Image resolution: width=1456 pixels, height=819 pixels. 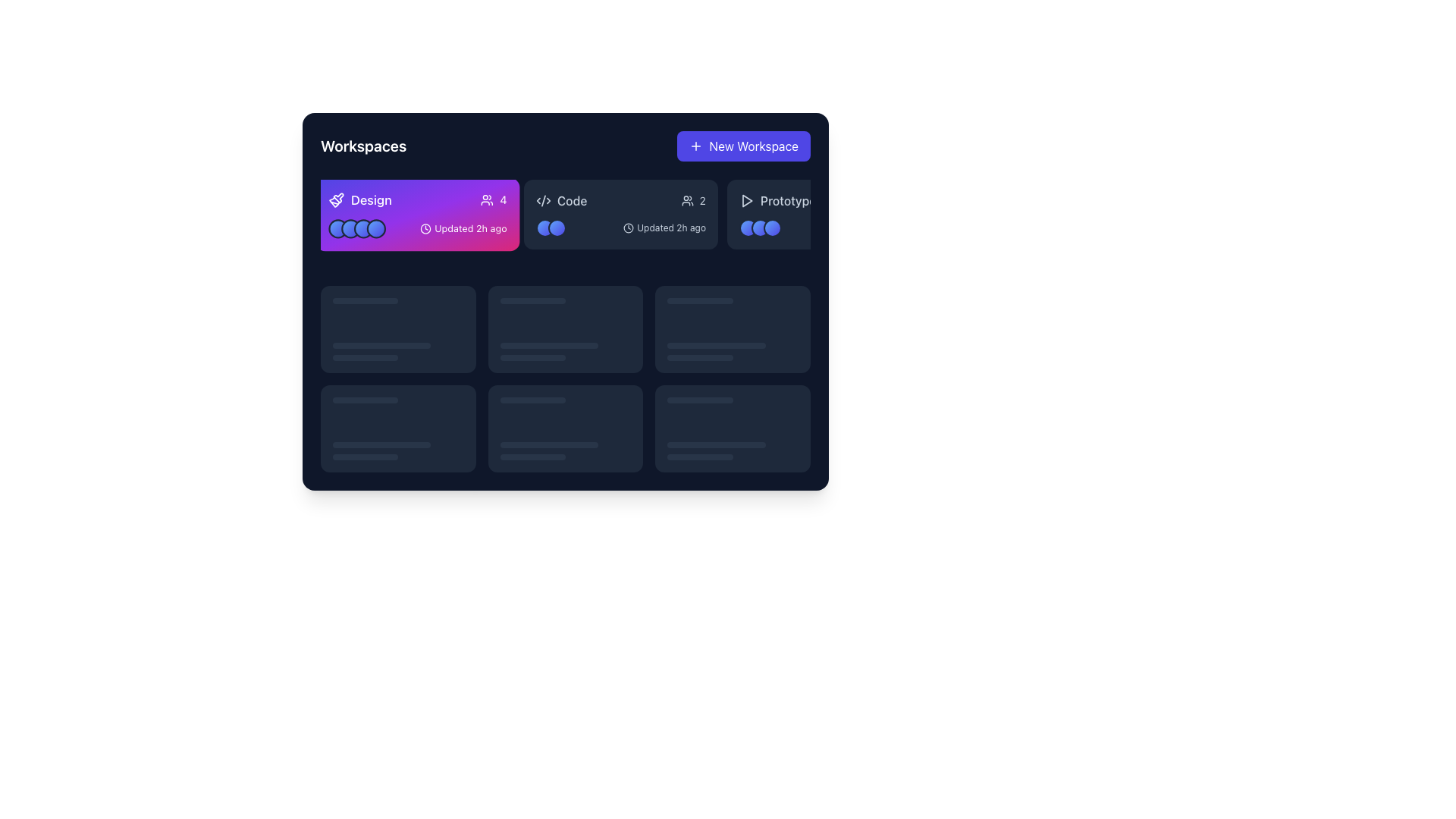 I want to click on the first decorative circular graphical element with a gradient color scheme transitioning from blue to indigo, located in the top-right area of the 'Prototype' workspace section, so click(x=748, y=227).